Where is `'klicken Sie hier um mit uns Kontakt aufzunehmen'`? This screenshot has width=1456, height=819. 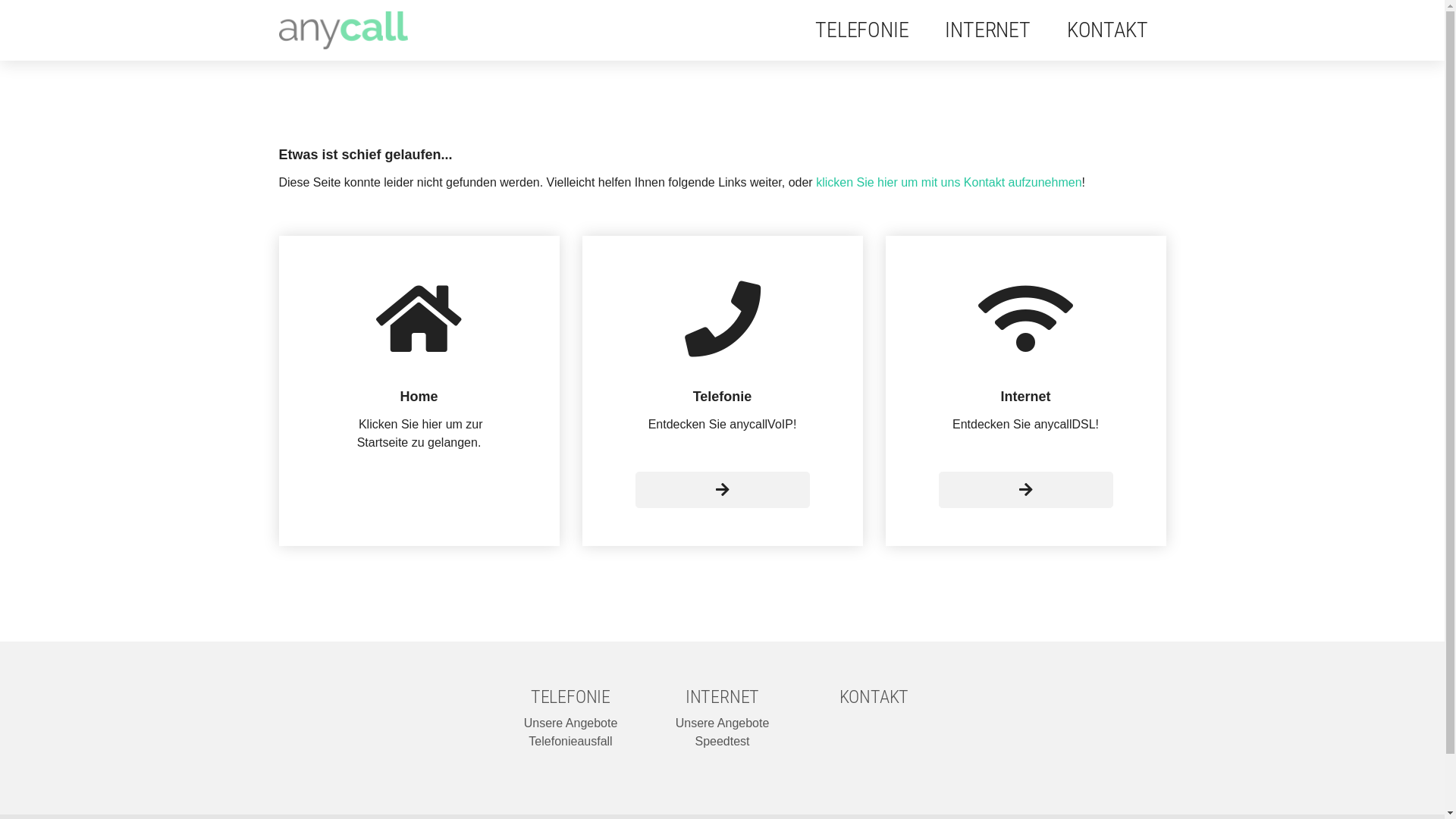 'klicken Sie hier um mit uns Kontakt aufzunehmen' is located at coordinates (814, 181).